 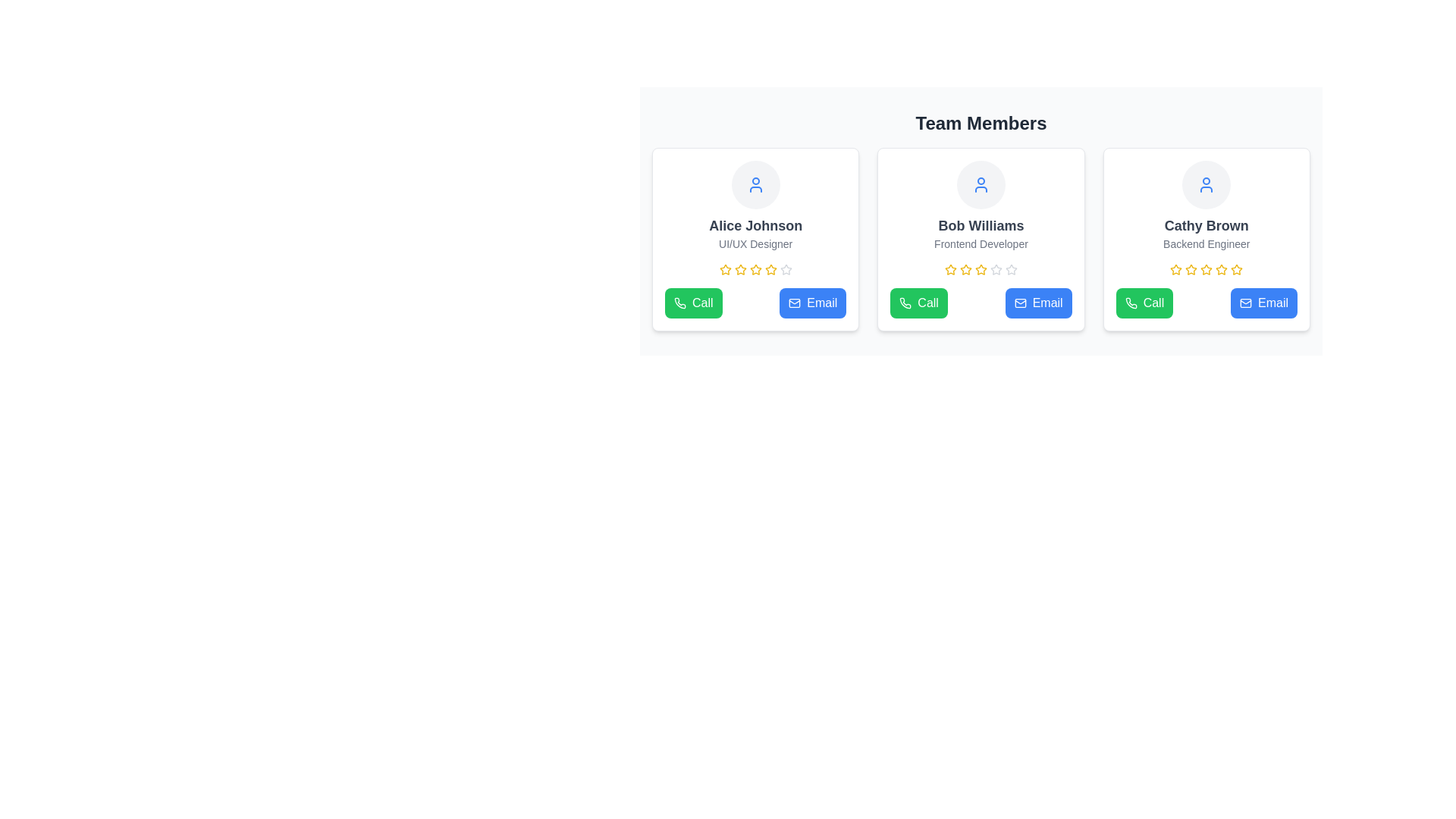 I want to click on the second star icon in the rating system associated with Bob Williams, Frontend Developer, so click(x=965, y=268).